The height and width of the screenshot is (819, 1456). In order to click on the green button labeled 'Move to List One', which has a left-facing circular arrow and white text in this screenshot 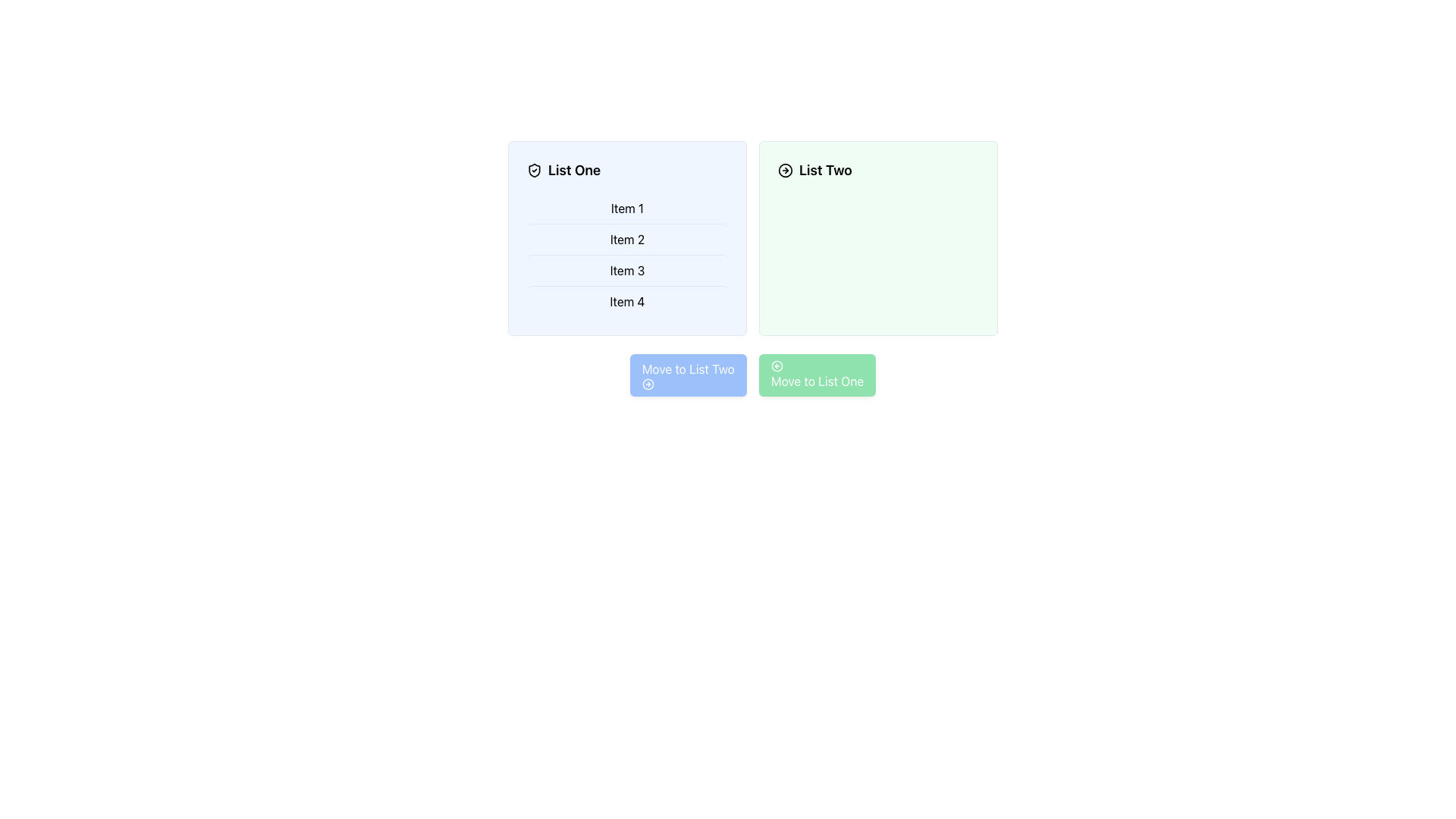, I will do `click(817, 375)`.